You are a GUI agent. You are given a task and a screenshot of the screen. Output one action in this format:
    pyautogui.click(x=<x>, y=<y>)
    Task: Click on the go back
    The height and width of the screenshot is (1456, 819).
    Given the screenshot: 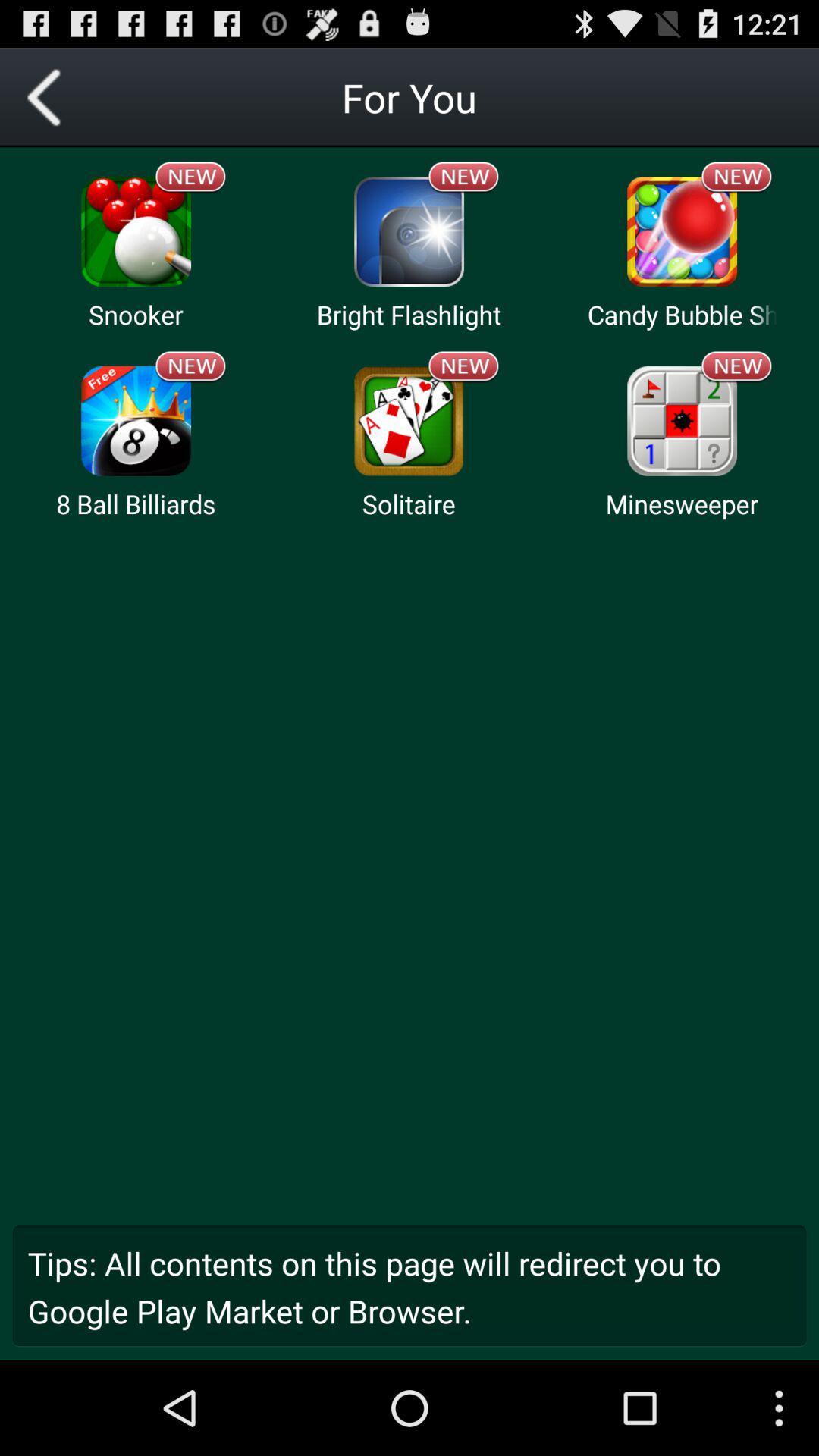 What is the action you would take?
    pyautogui.click(x=49, y=96)
    